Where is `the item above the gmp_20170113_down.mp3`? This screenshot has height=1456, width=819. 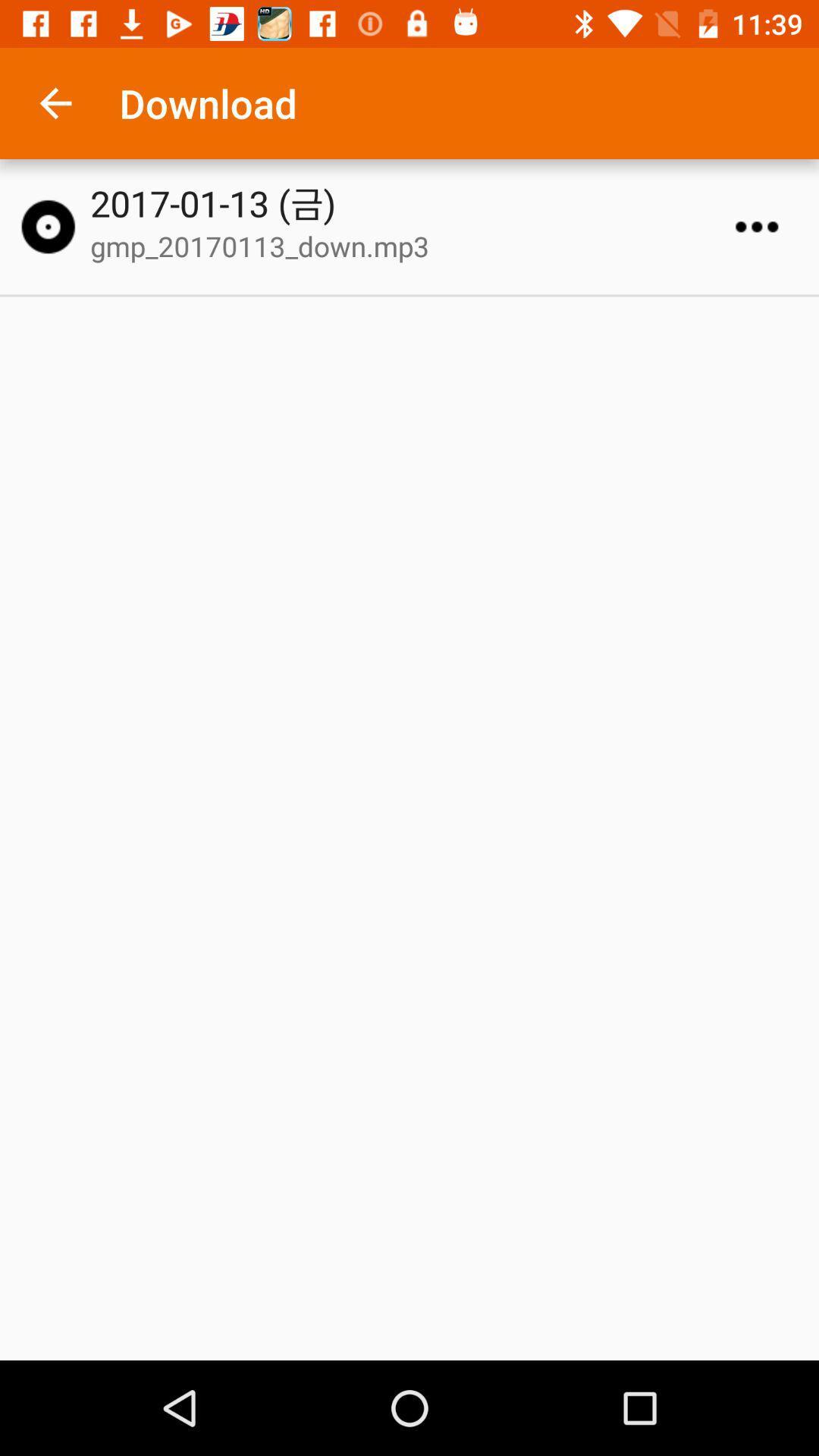
the item above the gmp_20170113_down.mp3 is located at coordinates (416, 202).